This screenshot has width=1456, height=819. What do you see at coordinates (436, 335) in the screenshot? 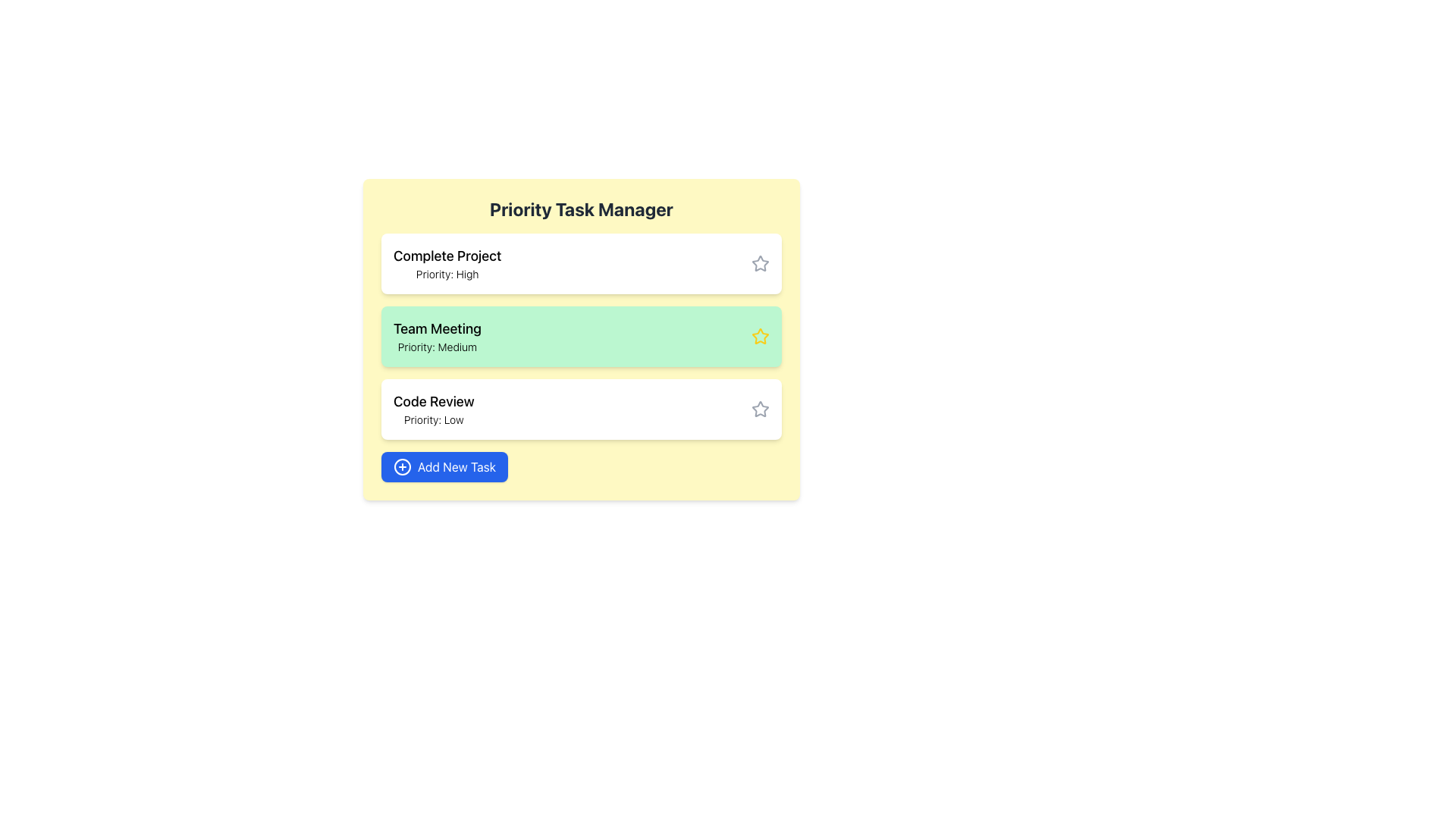
I see `the static text display that shows the task title 'Team Meeting' and its priority level 'Medium' in the Priority Task Manager interface` at bounding box center [436, 335].